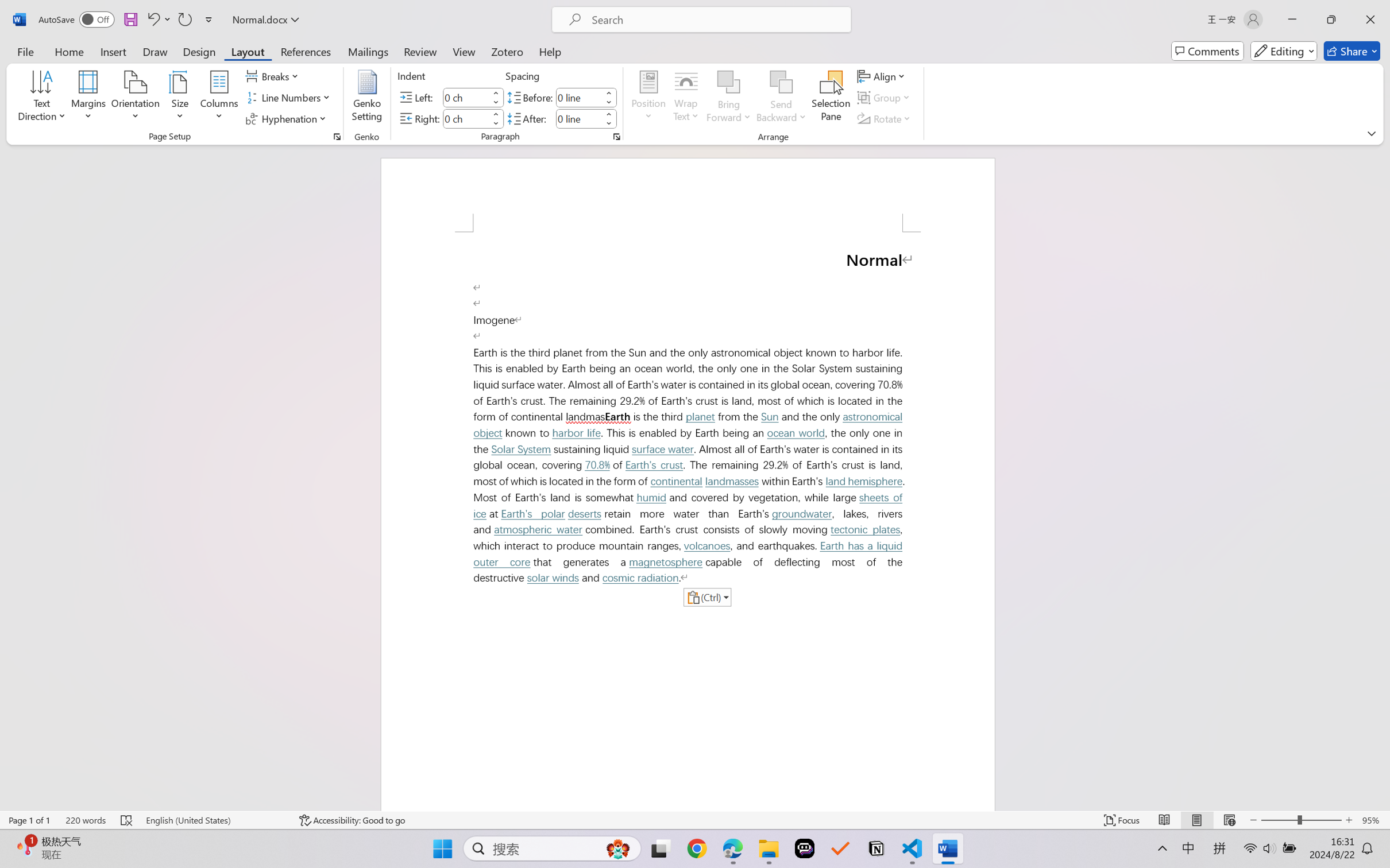  I want to click on 'Selection Pane...', so click(830, 98).